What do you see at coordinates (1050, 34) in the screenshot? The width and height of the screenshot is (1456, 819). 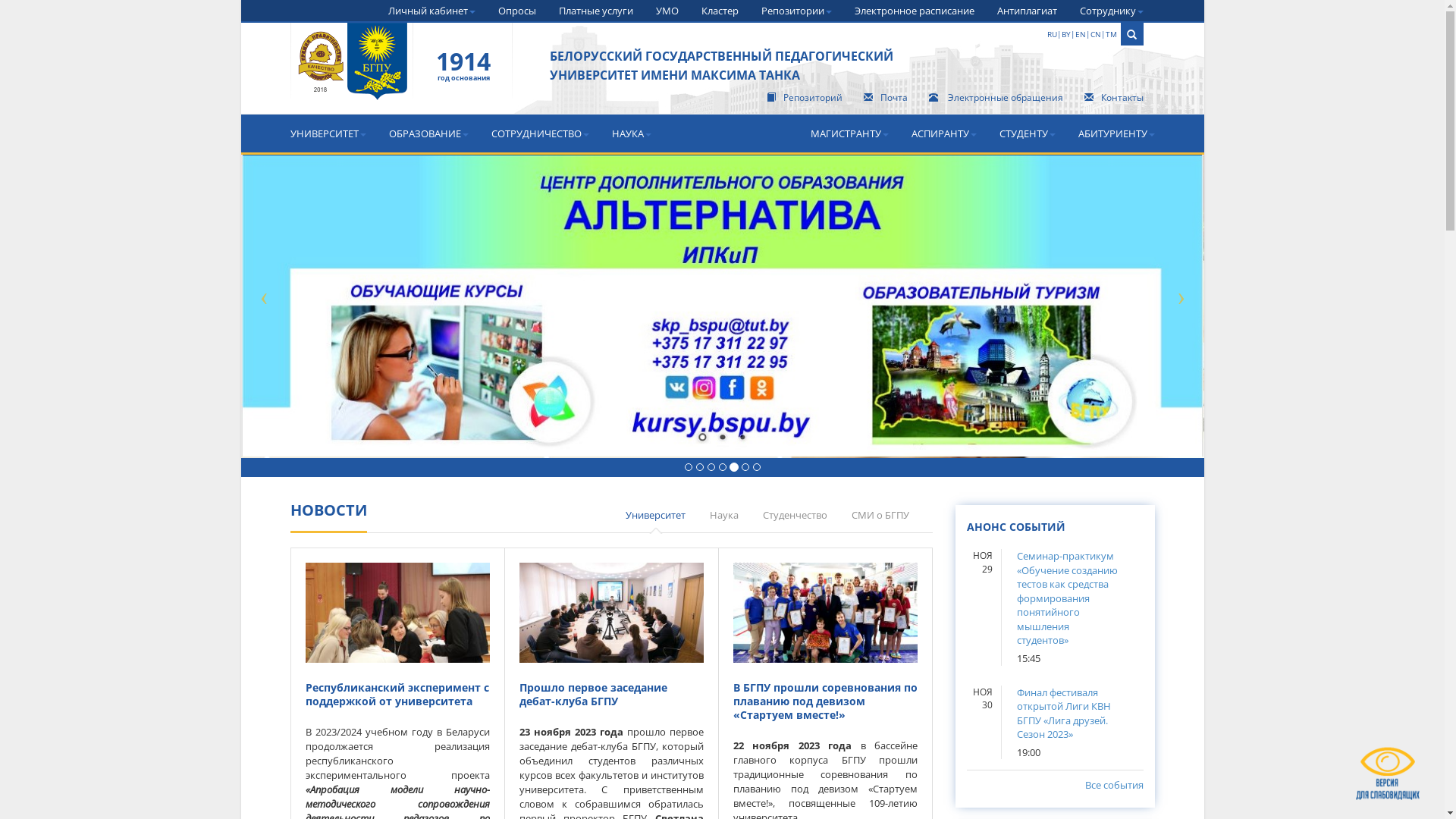 I see `'RU'` at bounding box center [1050, 34].